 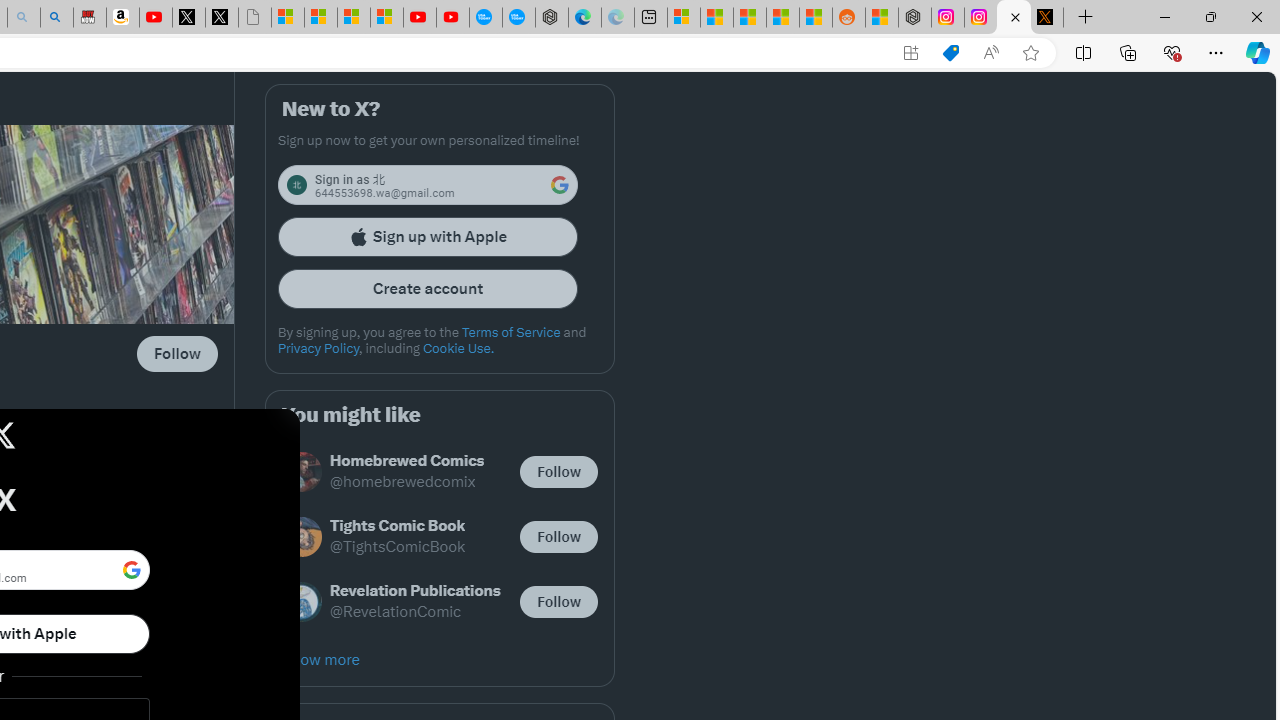 I want to click on 'help.x.com | 524: A timeout occurred', so click(x=1046, y=17).